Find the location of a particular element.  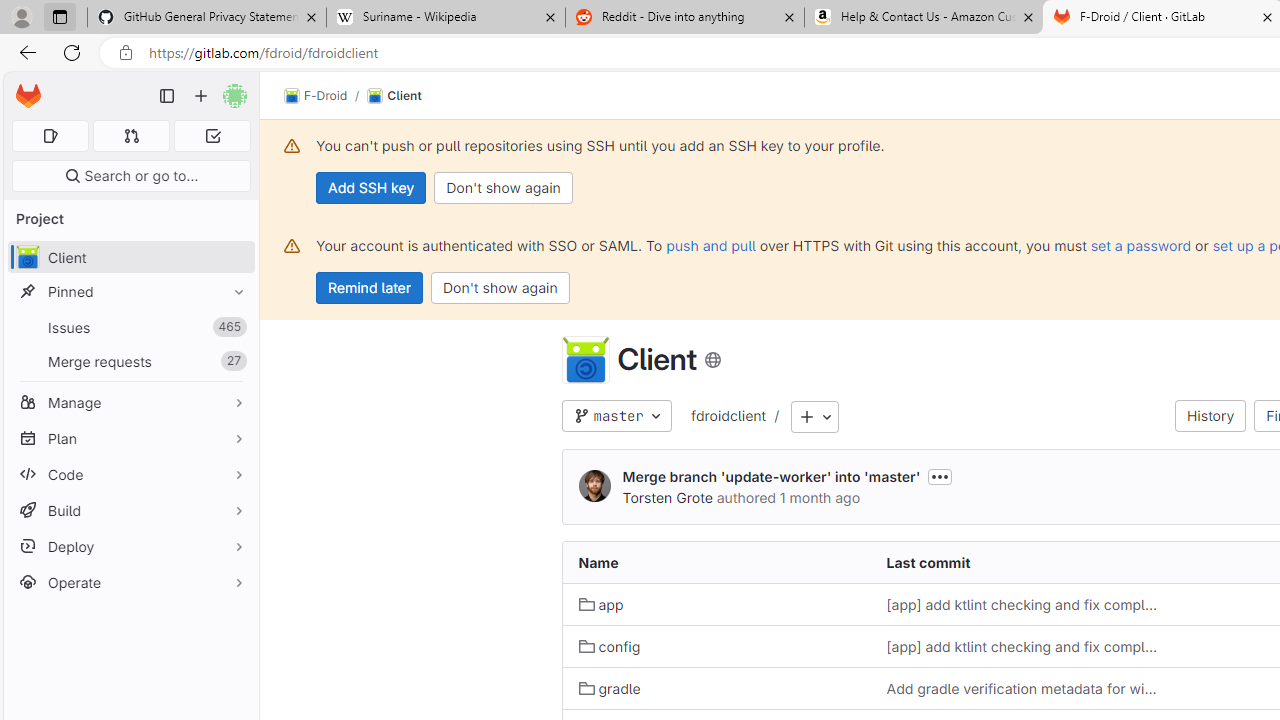

'GitHub General Privacy Statement - GitHub Docs' is located at coordinates (207, 17).